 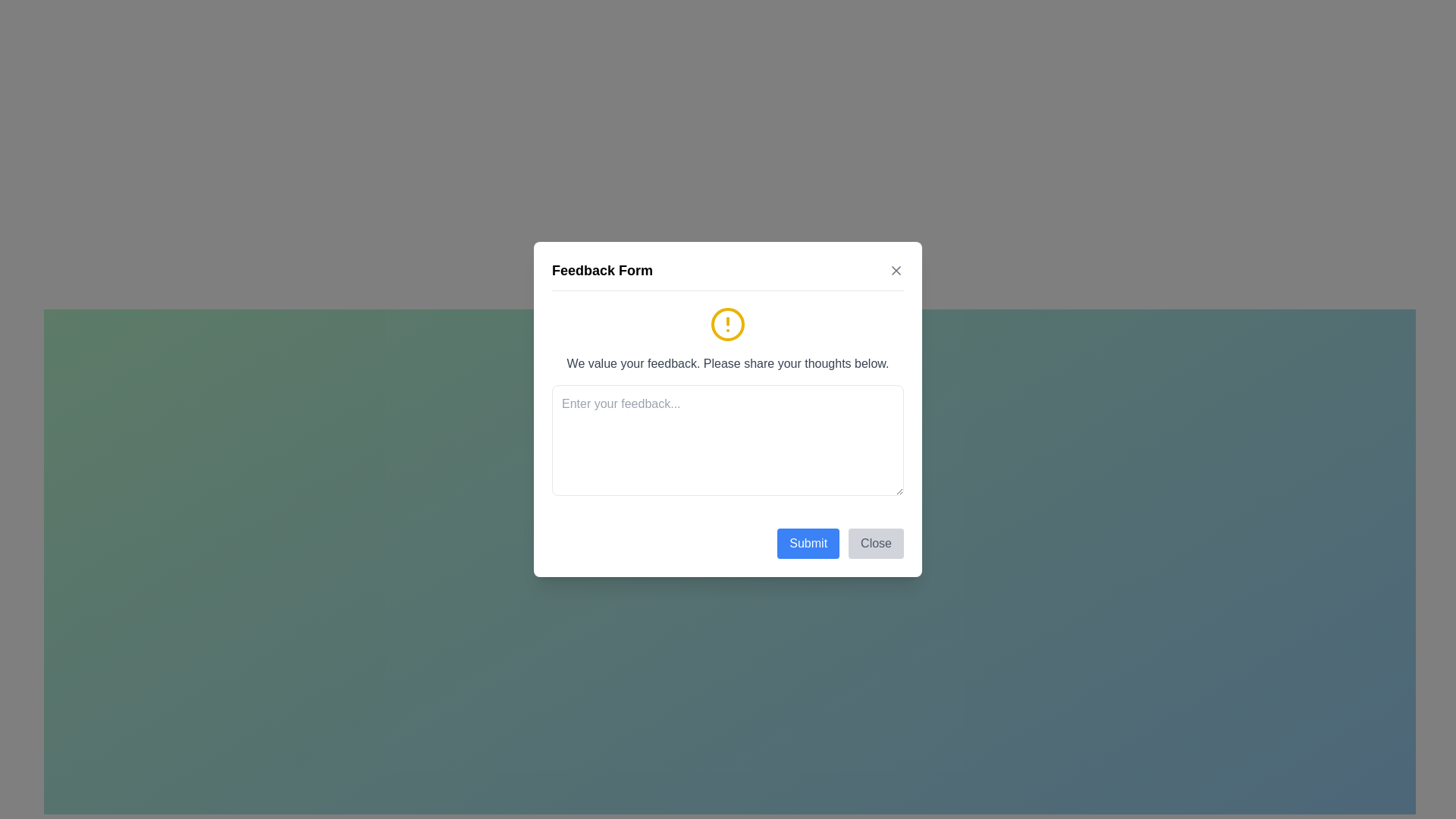 I want to click on the 'Close' button located at the bottom-right corner of the modal dialog, so click(x=876, y=543).